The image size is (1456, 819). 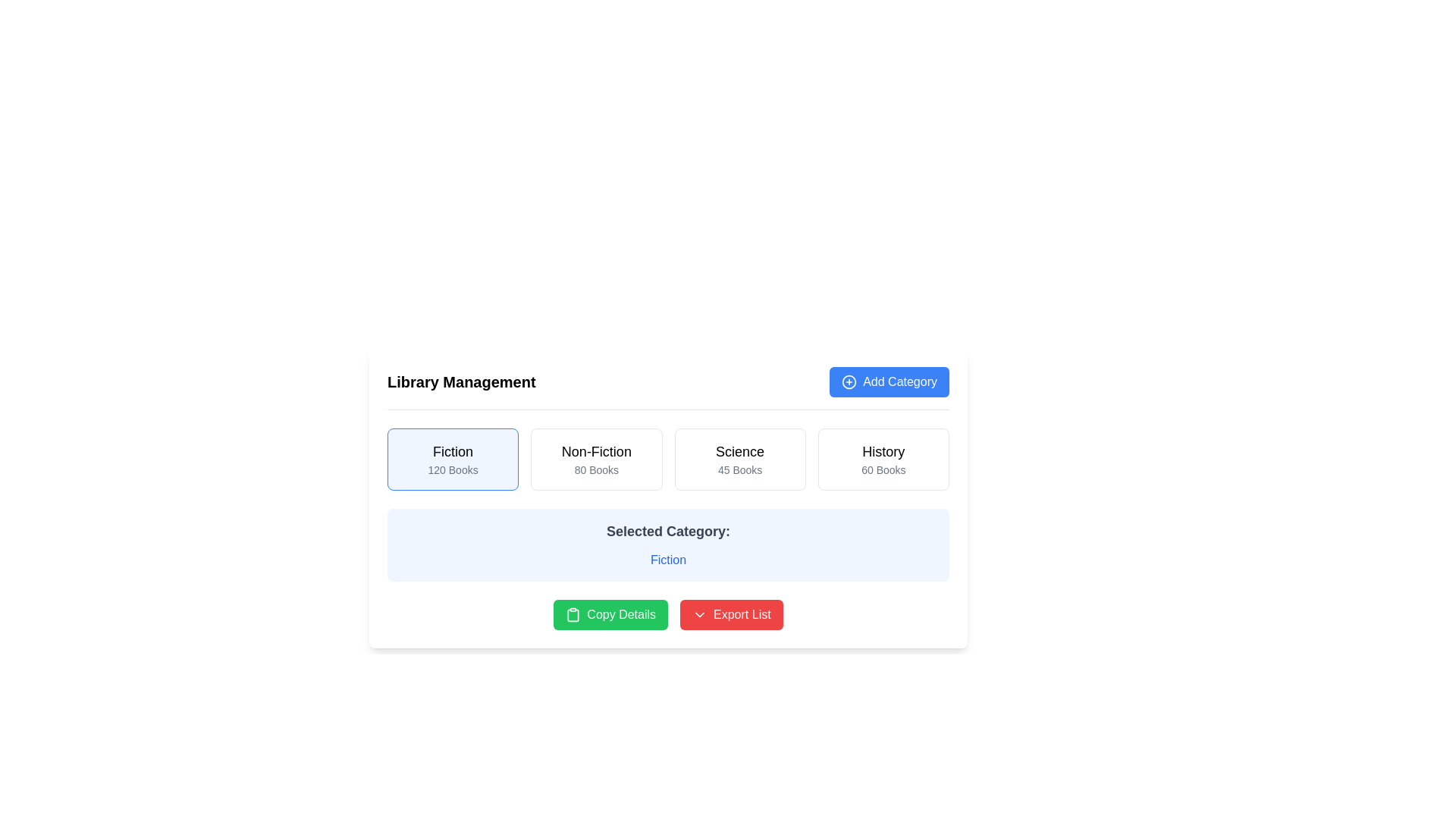 What do you see at coordinates (731, 614) in the screenshot?
I see `the export button located at the bottom right of the content area` at bounding box center [731, 614].